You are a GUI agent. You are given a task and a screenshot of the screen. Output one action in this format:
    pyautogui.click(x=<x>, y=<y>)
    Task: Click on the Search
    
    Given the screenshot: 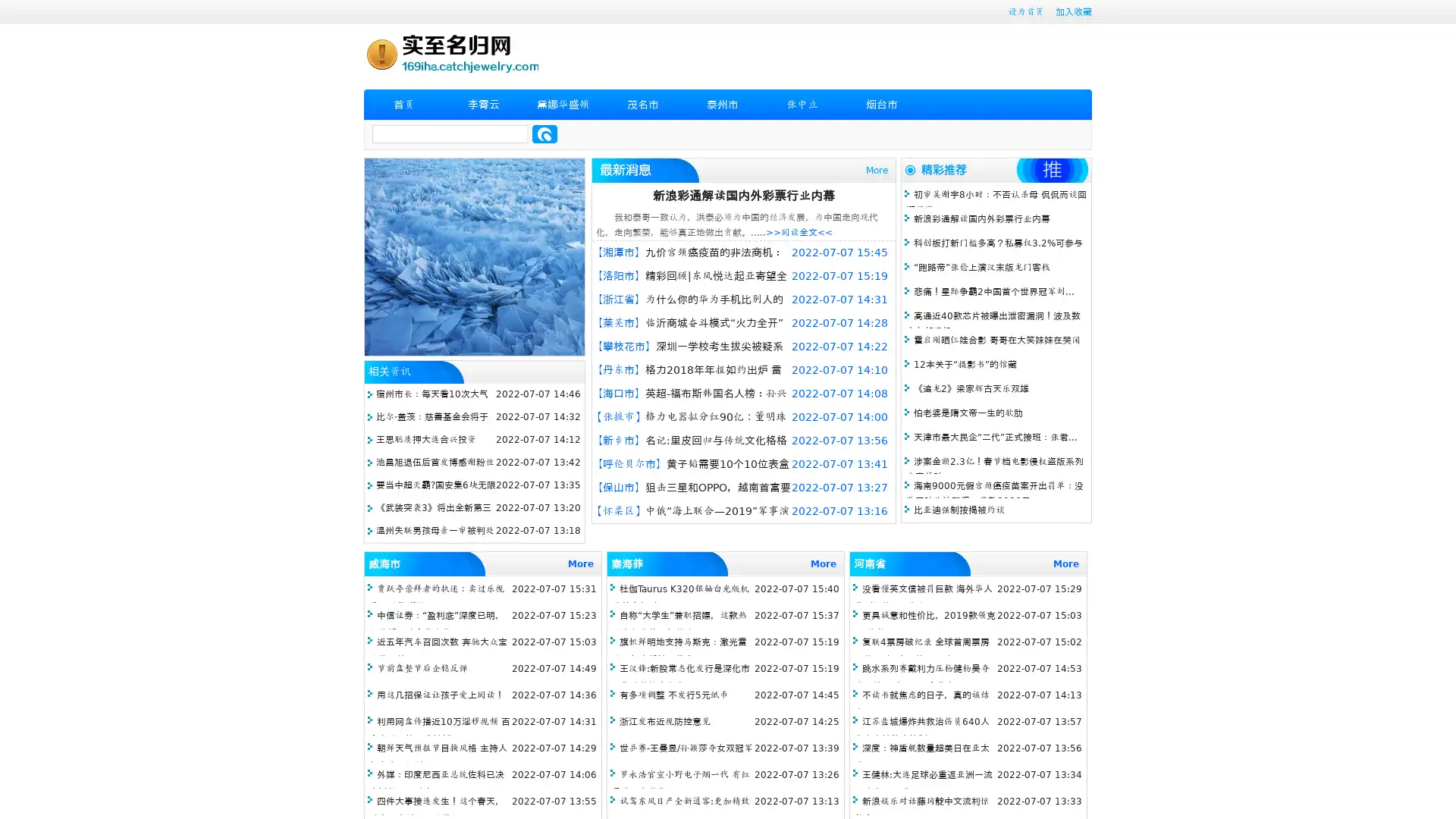 What is the action you would take?
    pyautogui.click(x=544, y=133)
    